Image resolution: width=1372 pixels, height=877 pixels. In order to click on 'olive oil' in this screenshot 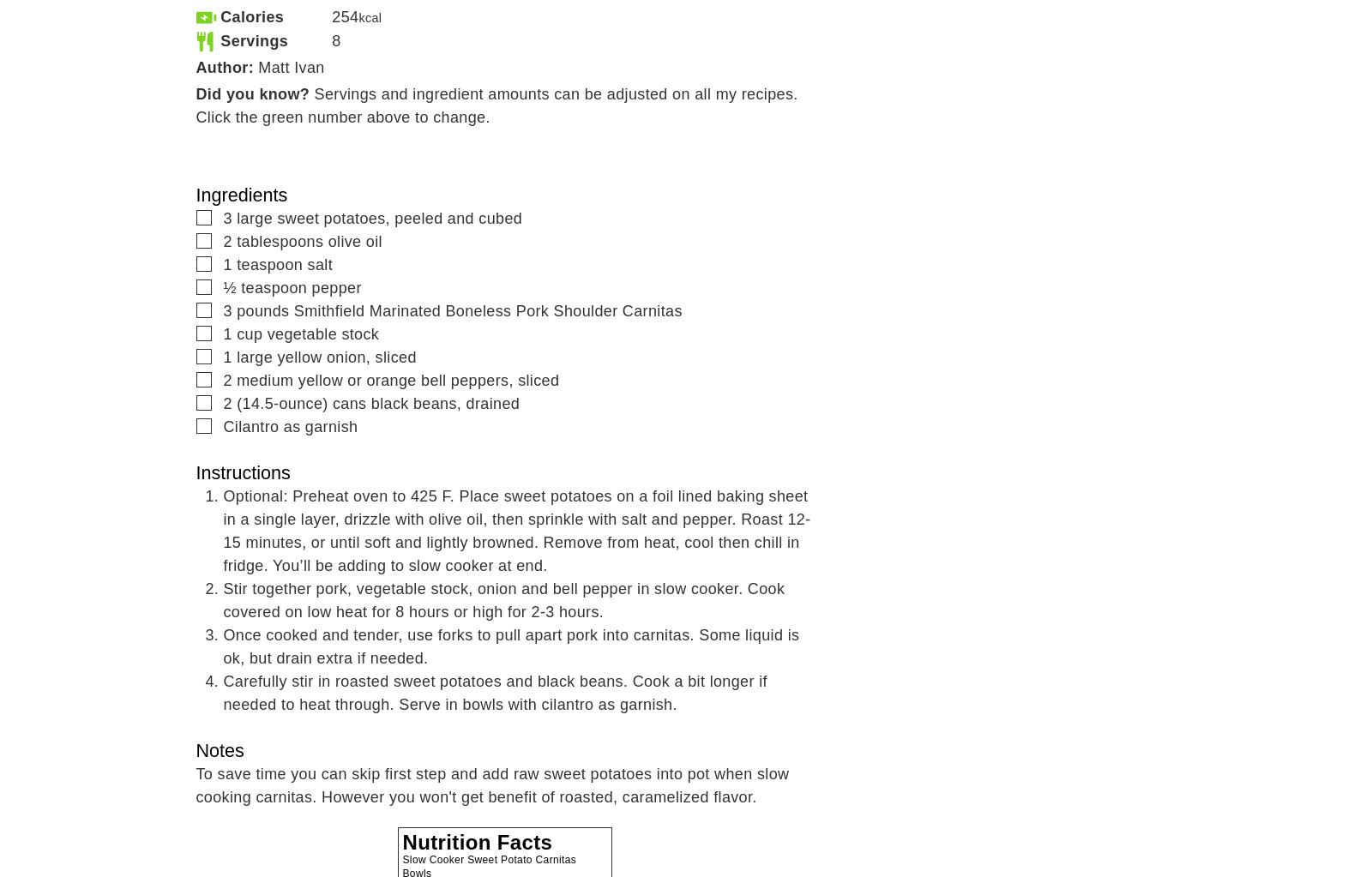, I will do `click(353, 241)`.